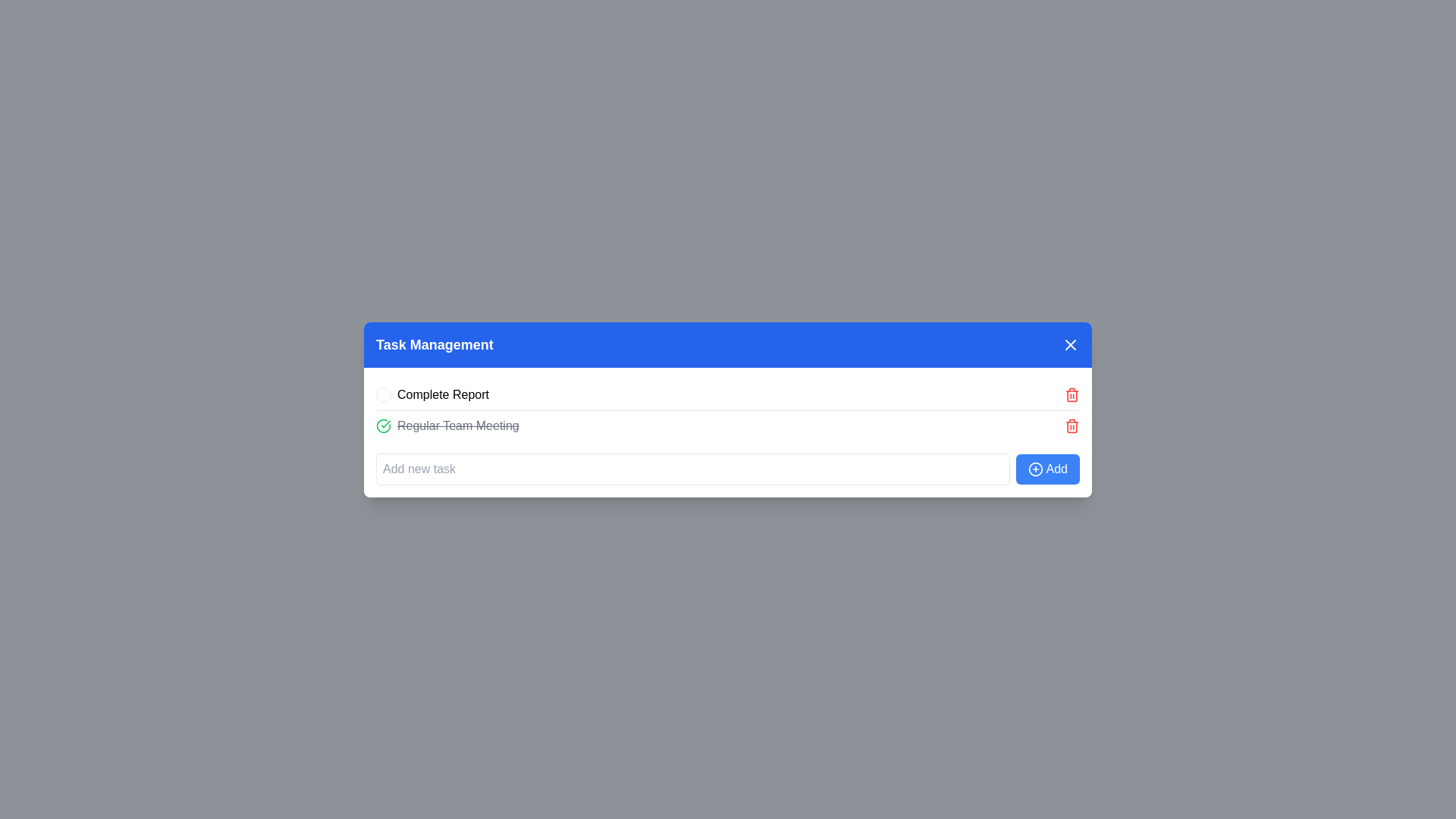 The height and width of the screenshot is (819, 1456). Describe the element at coordinates (1034, 468) in the screenshot. I see `the circular add icon within the blue add button located at the bottom-right of the task management interface` at that location.